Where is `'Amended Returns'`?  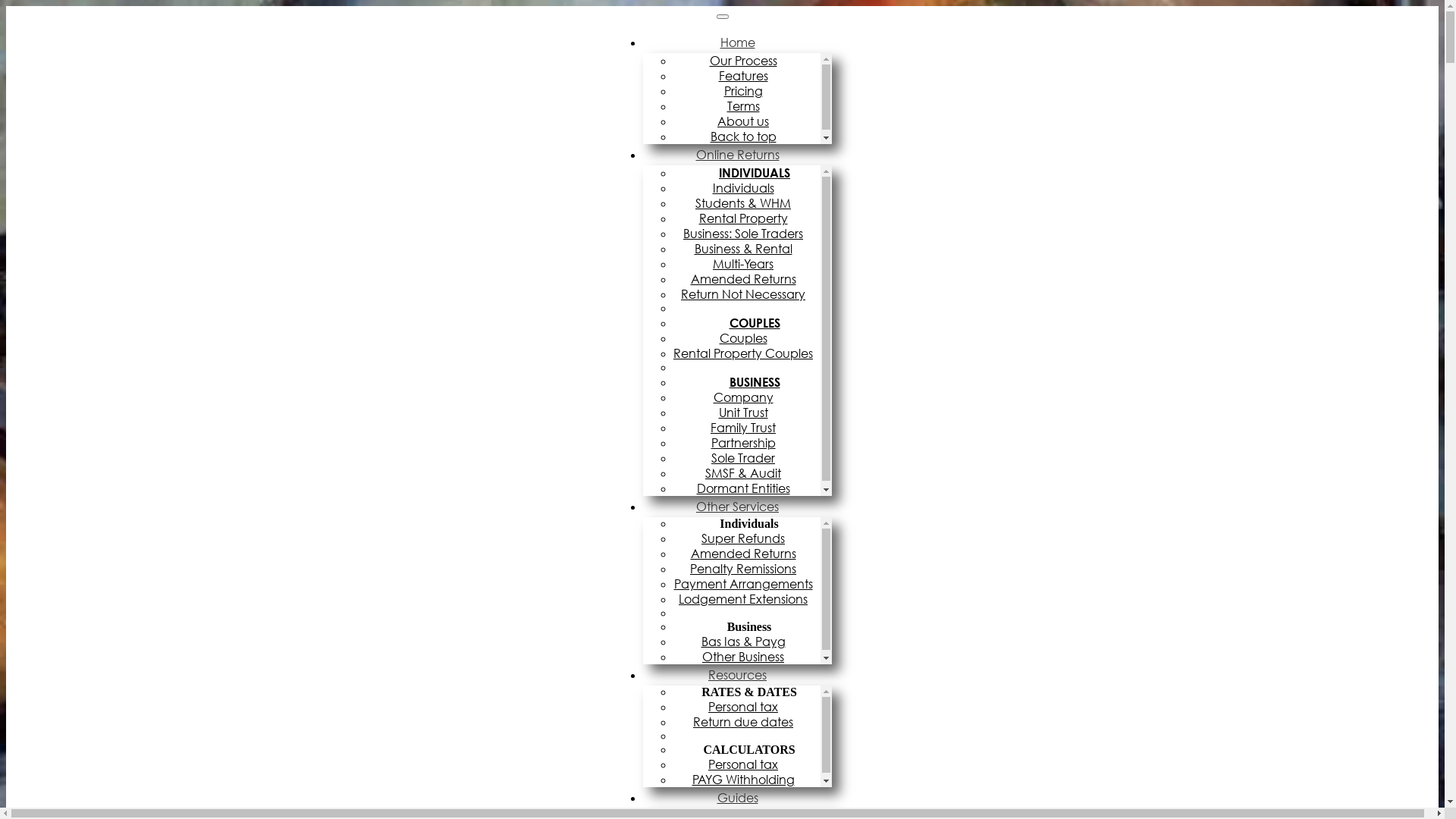
'Amended Returns' is located at coordinates (746, 278).